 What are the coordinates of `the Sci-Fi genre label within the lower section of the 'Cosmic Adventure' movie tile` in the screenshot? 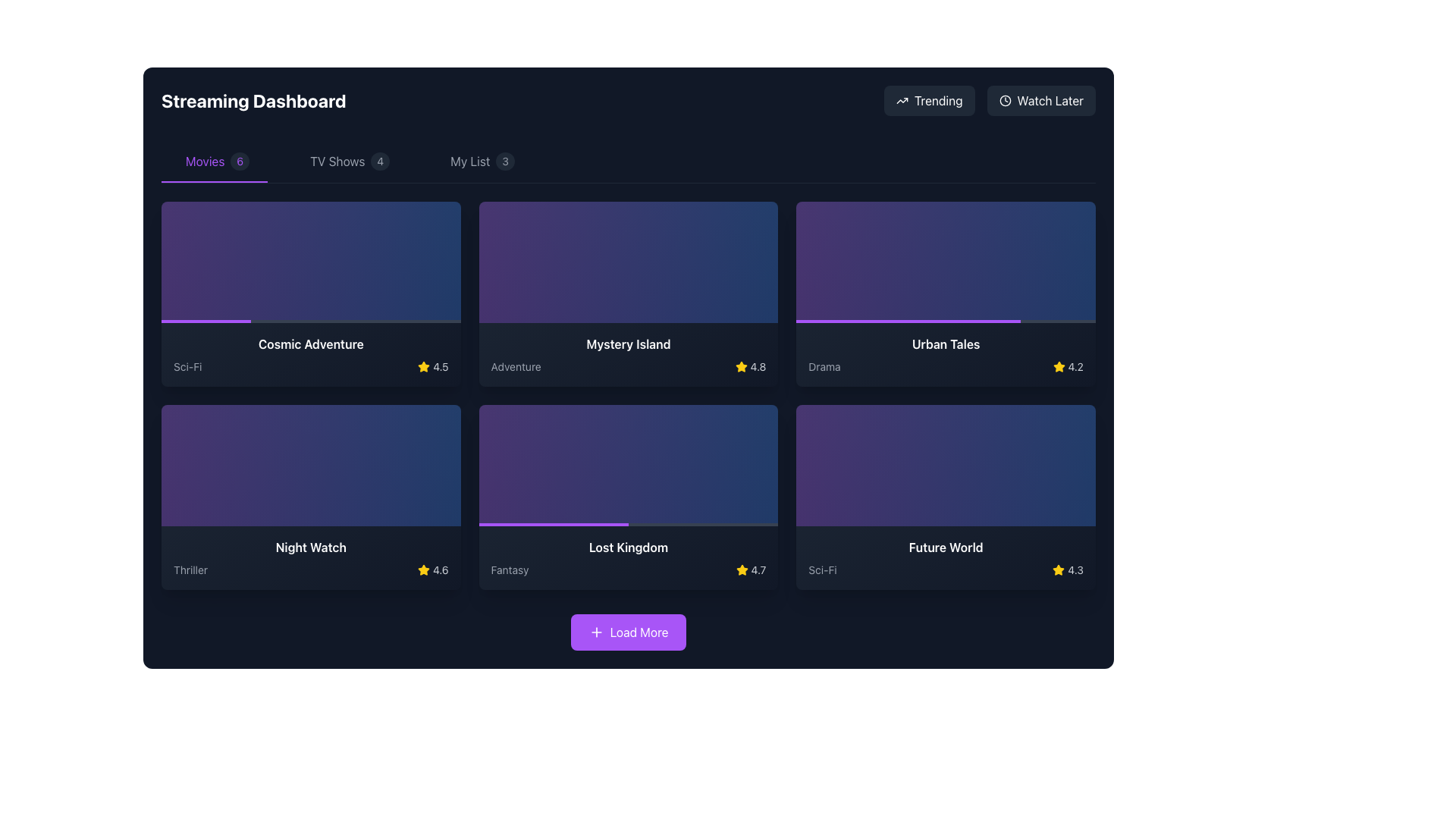 It's located at (187, 366).